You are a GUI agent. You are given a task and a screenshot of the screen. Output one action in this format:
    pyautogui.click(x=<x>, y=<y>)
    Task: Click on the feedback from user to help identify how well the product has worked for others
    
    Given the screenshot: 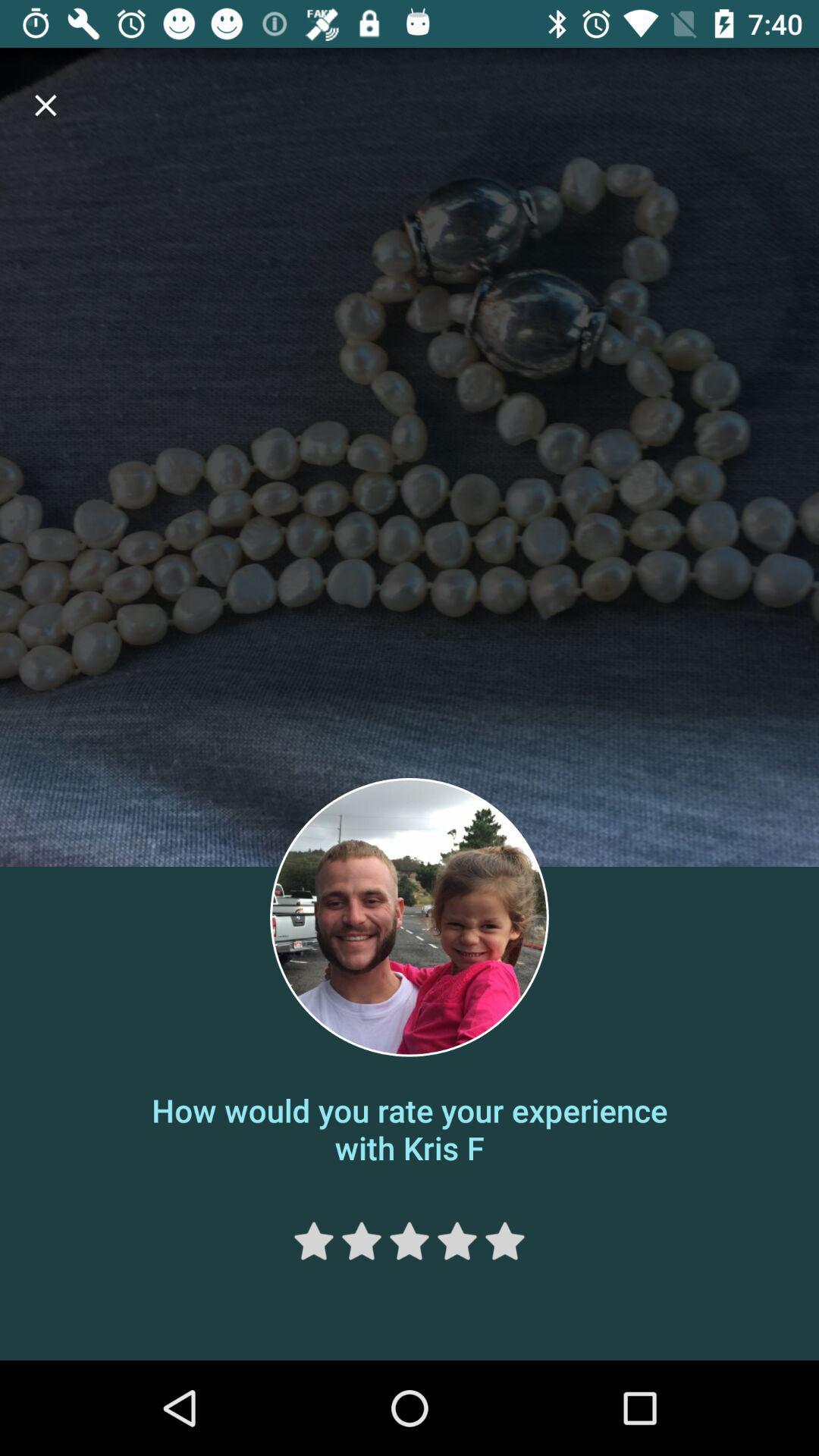 What is the action you would take?
    pyautogui.click(x=362, y=1241)
    